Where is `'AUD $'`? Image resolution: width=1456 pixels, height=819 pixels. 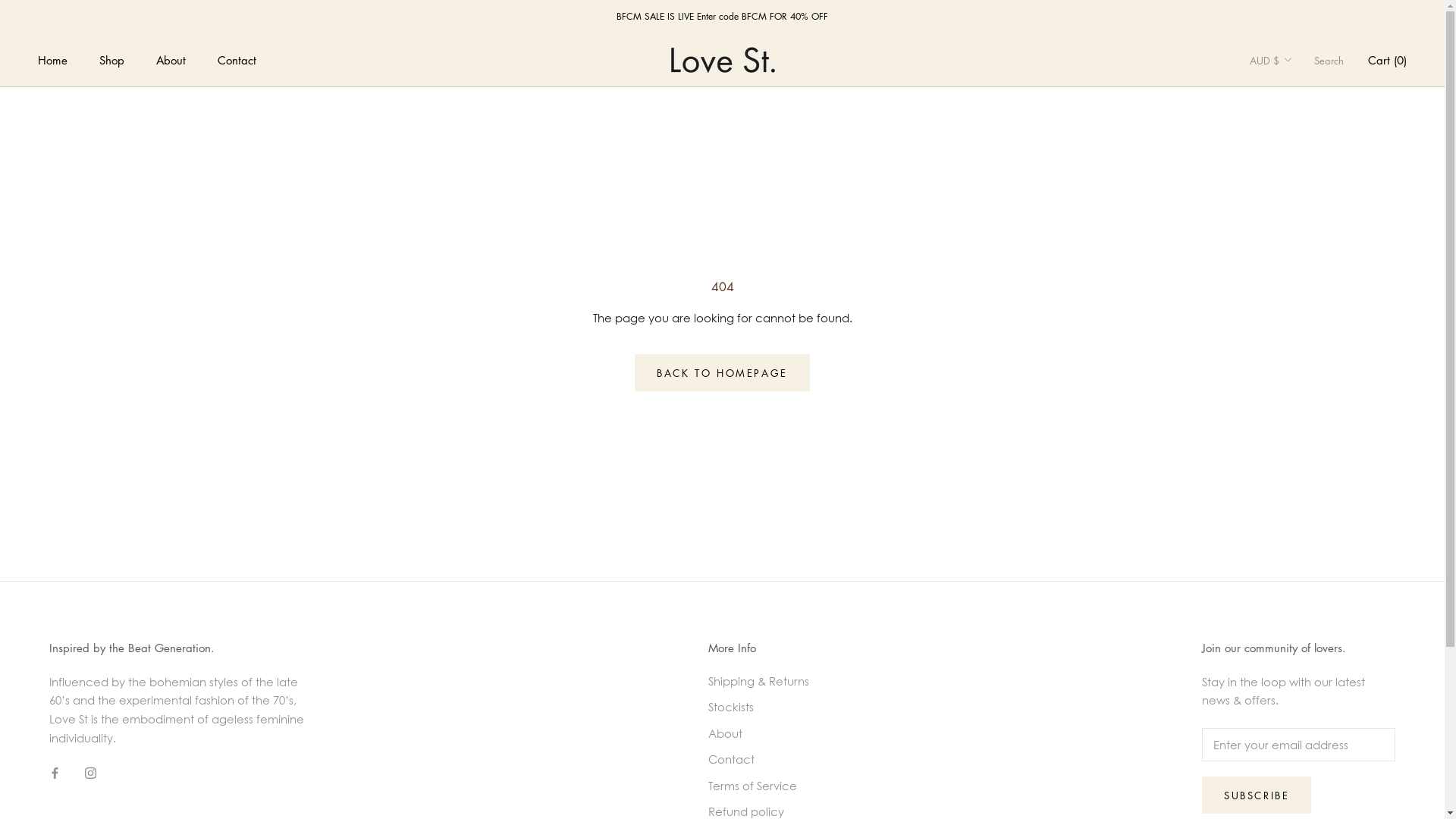
'AUD $' is located at coordinates (1271, 59).